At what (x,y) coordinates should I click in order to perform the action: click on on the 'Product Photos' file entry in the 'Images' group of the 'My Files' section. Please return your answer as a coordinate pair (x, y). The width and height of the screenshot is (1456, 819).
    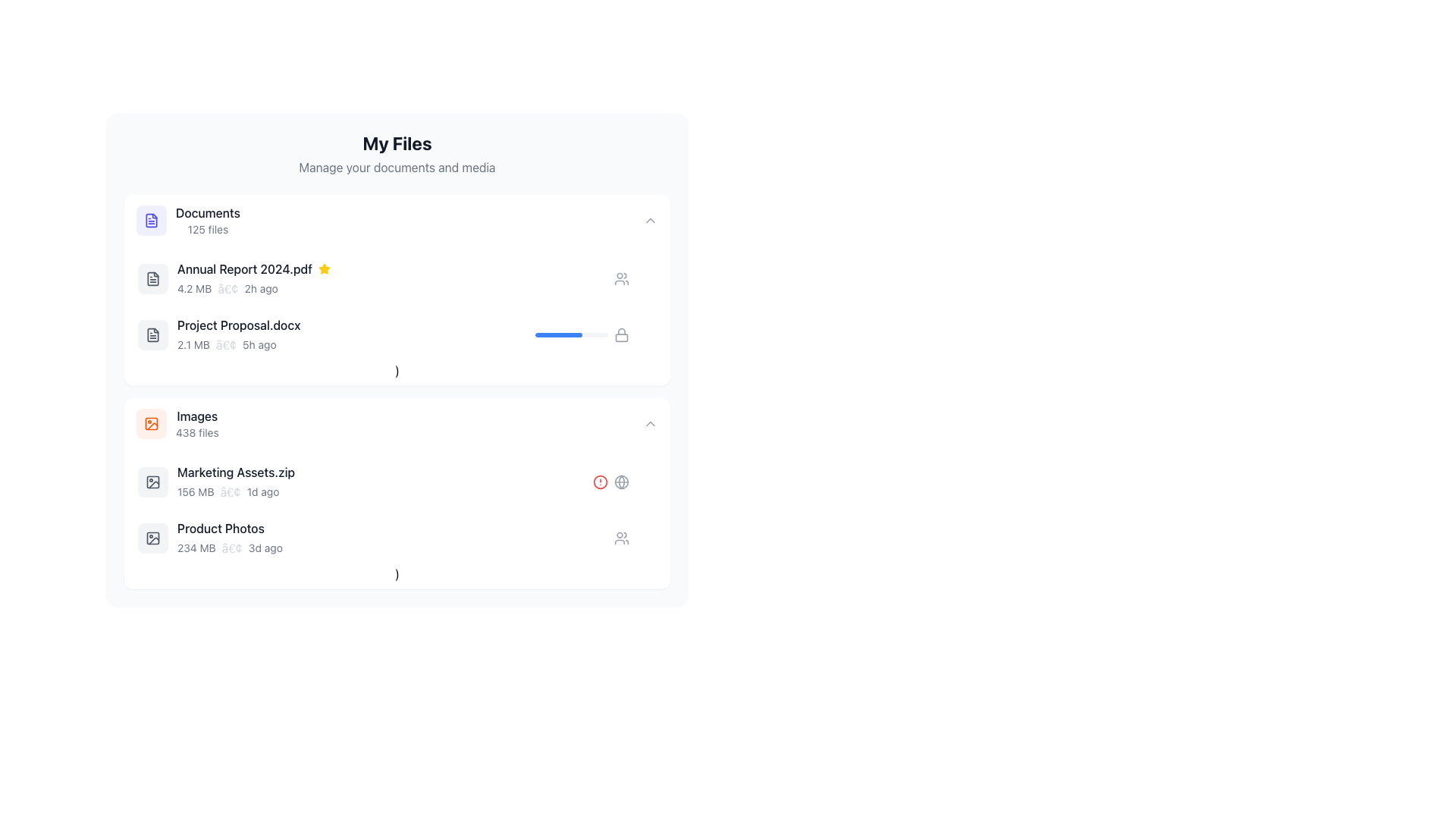
    Looking at the image, I should click on (396, 537).